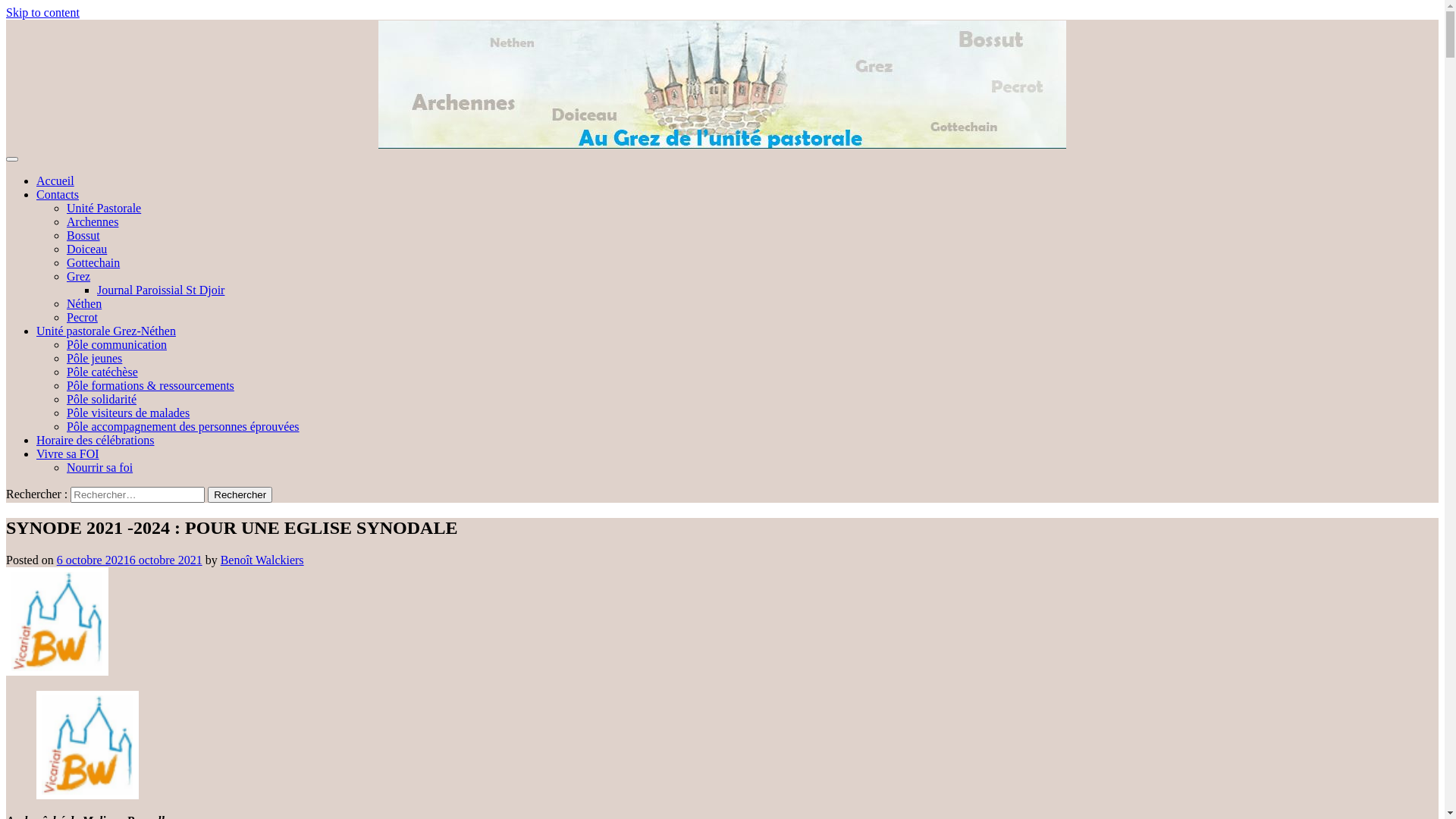  What do you see at coordinates (65, 235) in the screenshot?
I see `'Bossut'` at bounding box center [65, 235].